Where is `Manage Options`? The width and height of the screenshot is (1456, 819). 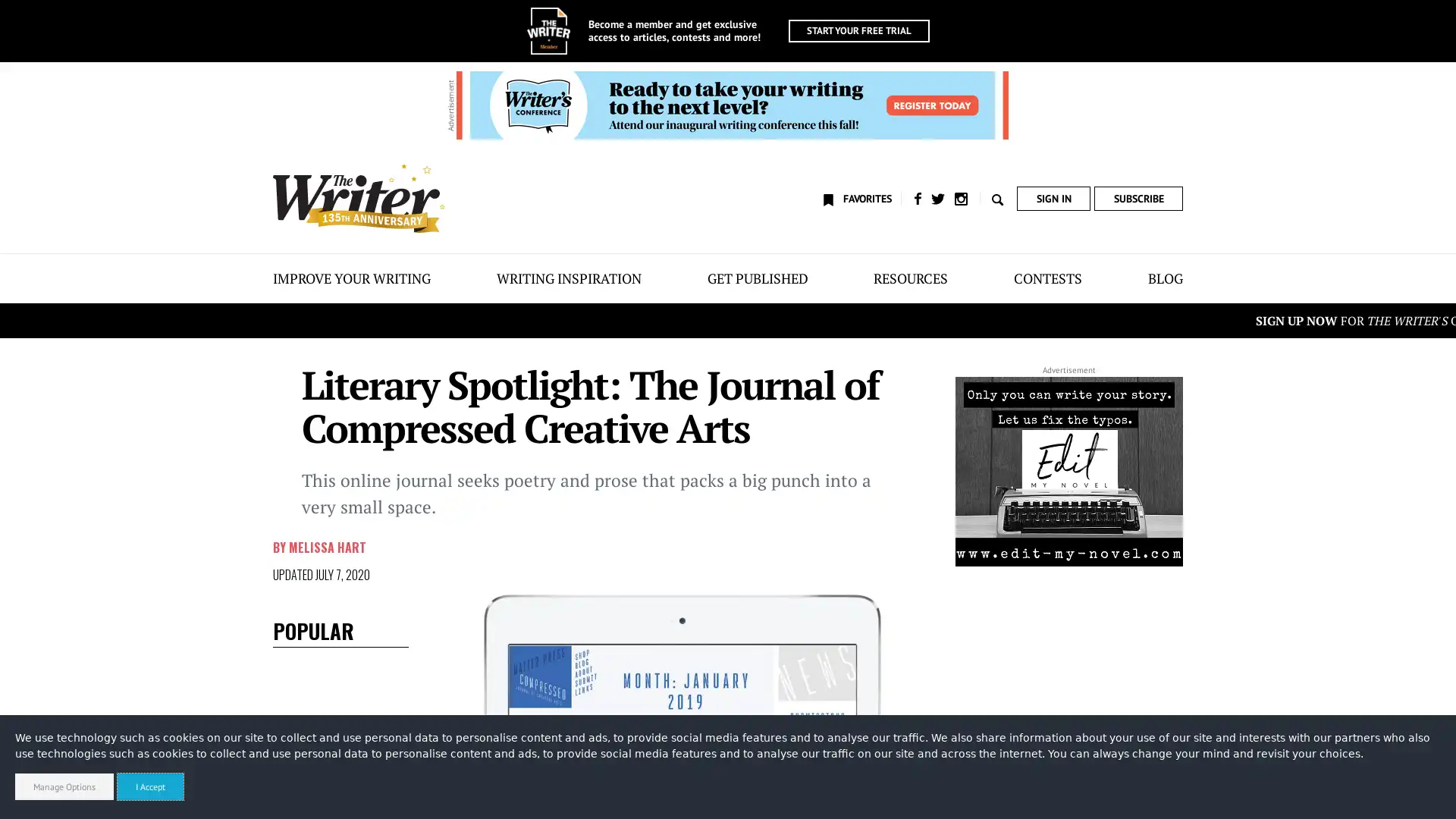 Manage Options is located at coordinates (64, 786).